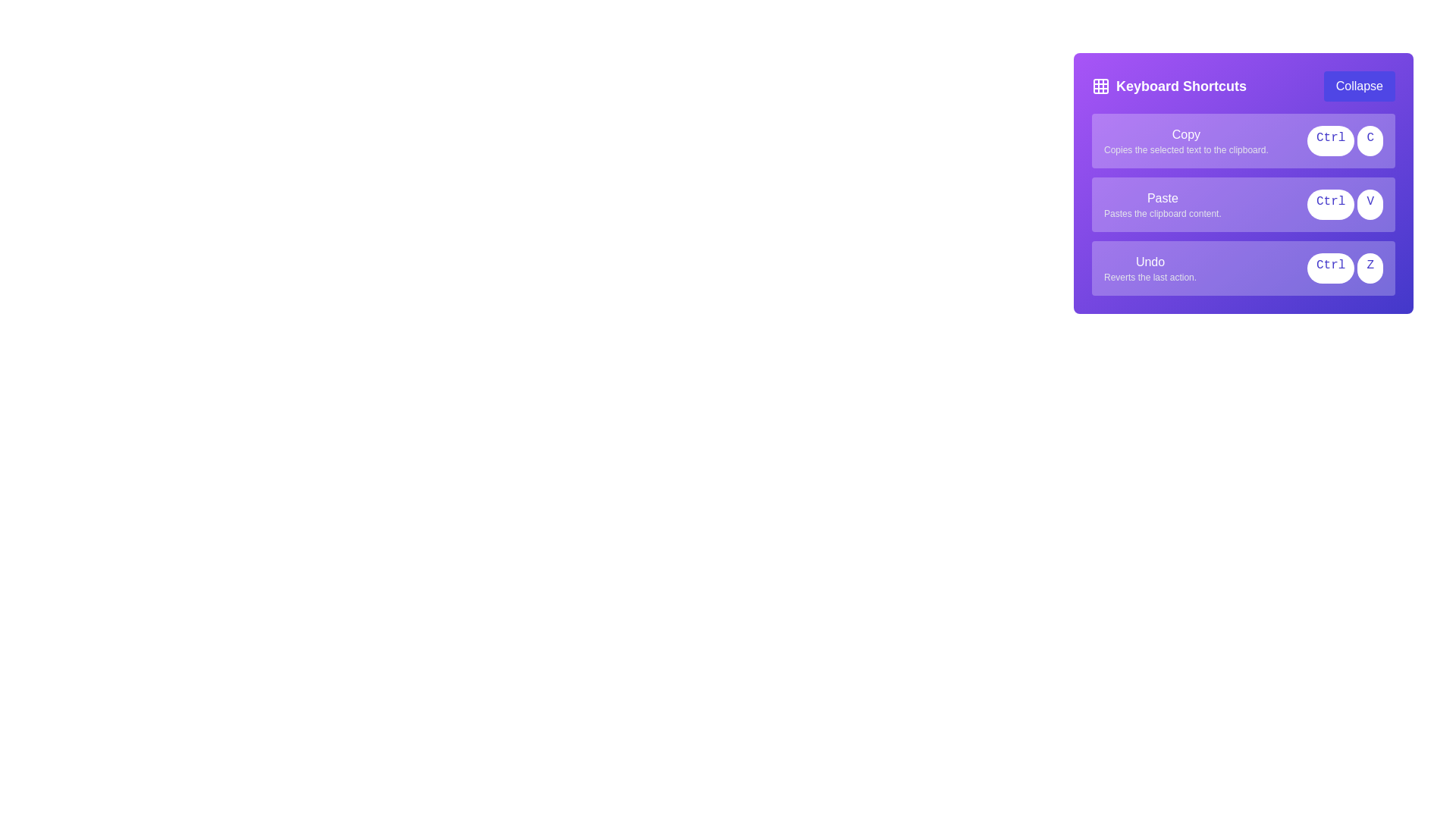 This screenshot has height=819, width=1456. What do you see at coordinates (1150, 268) in the screenshot?
I see `the 'Undo' text description element, which is the third item in the list of shortcut descriptions within the purple 'Keyboard Shortcuts' panel` at bounding box center [1150, 268].